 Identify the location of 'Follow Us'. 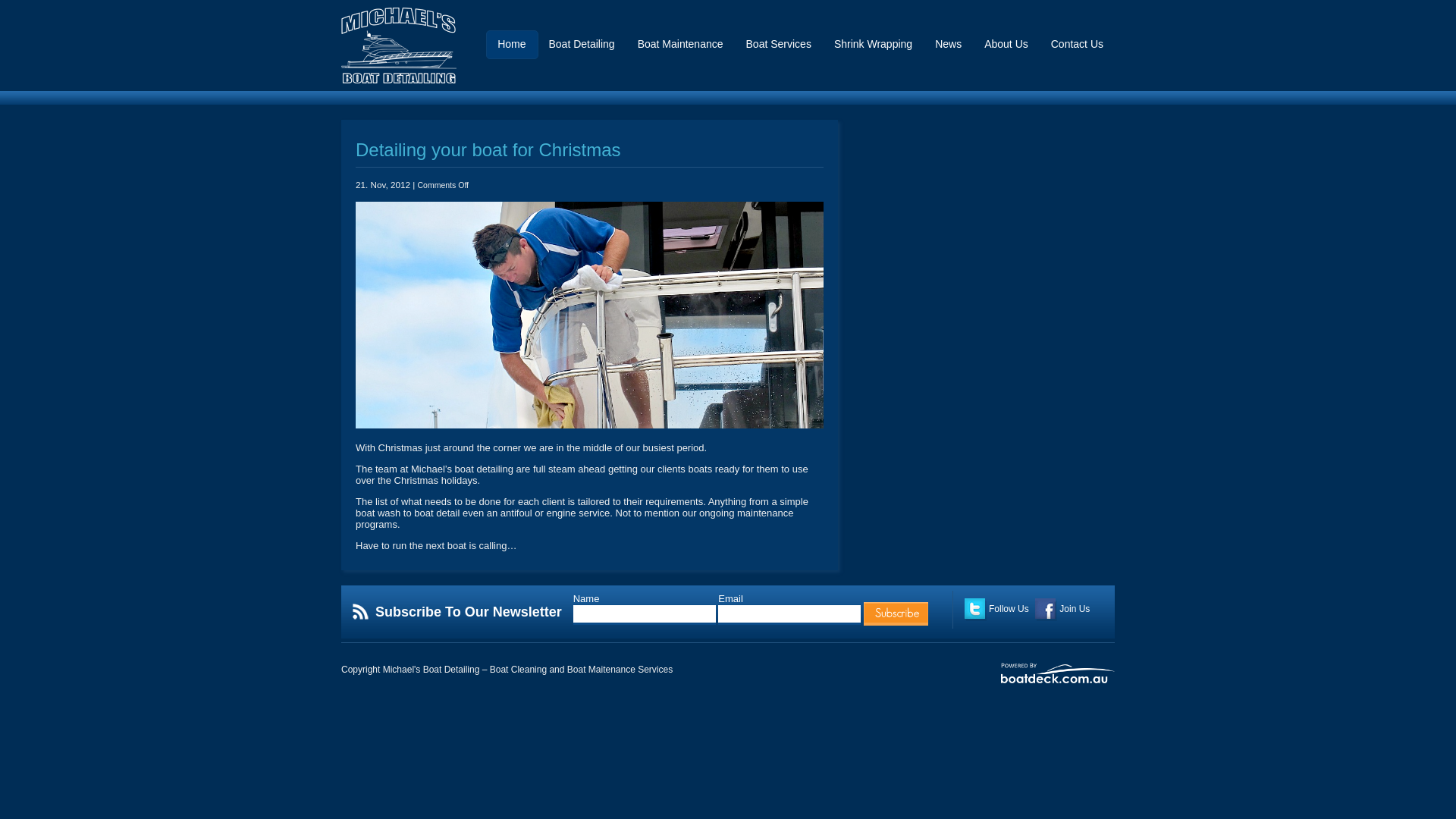
(964, 607).